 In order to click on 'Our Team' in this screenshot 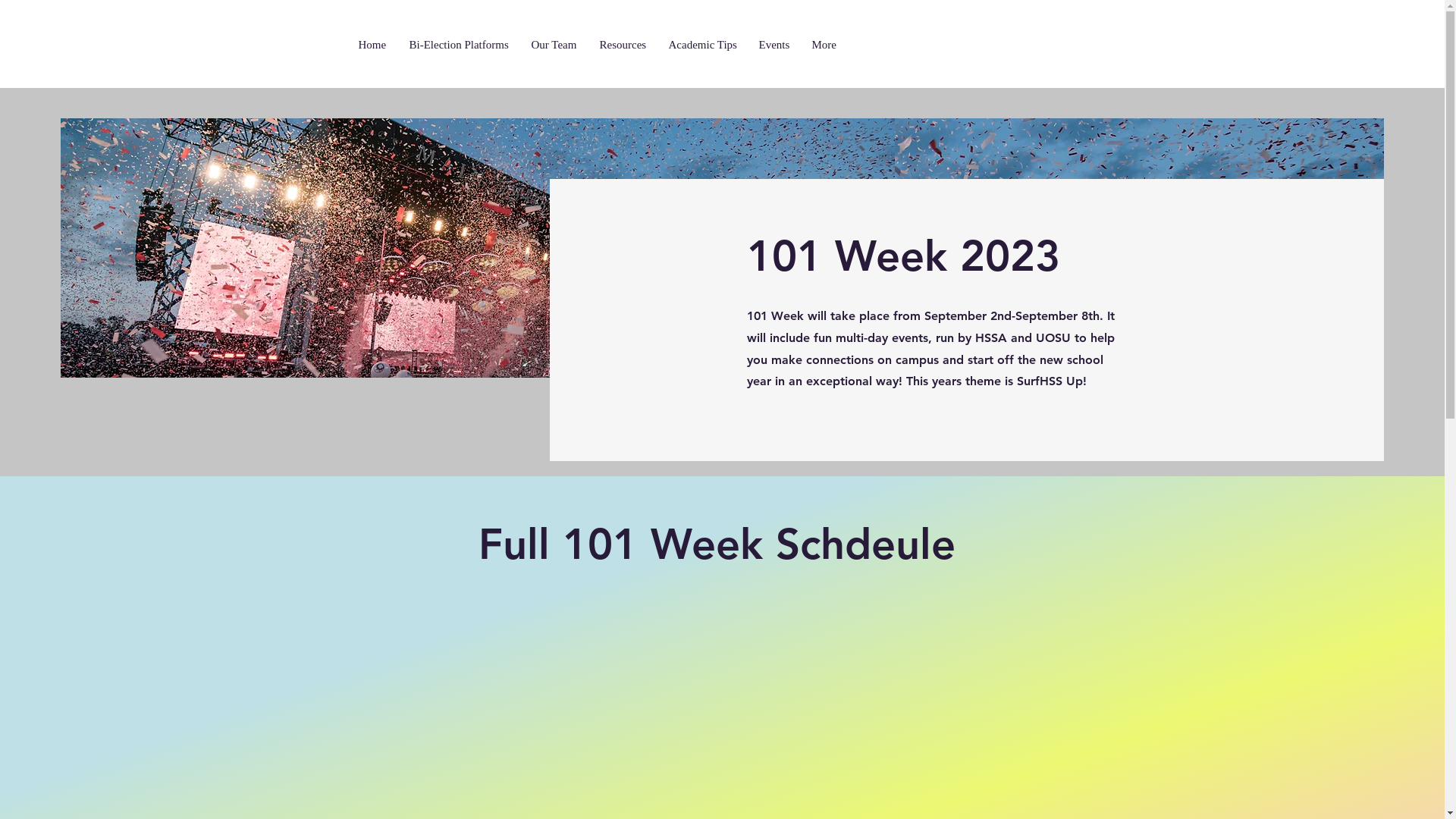, I will do `click(556, 44)`.